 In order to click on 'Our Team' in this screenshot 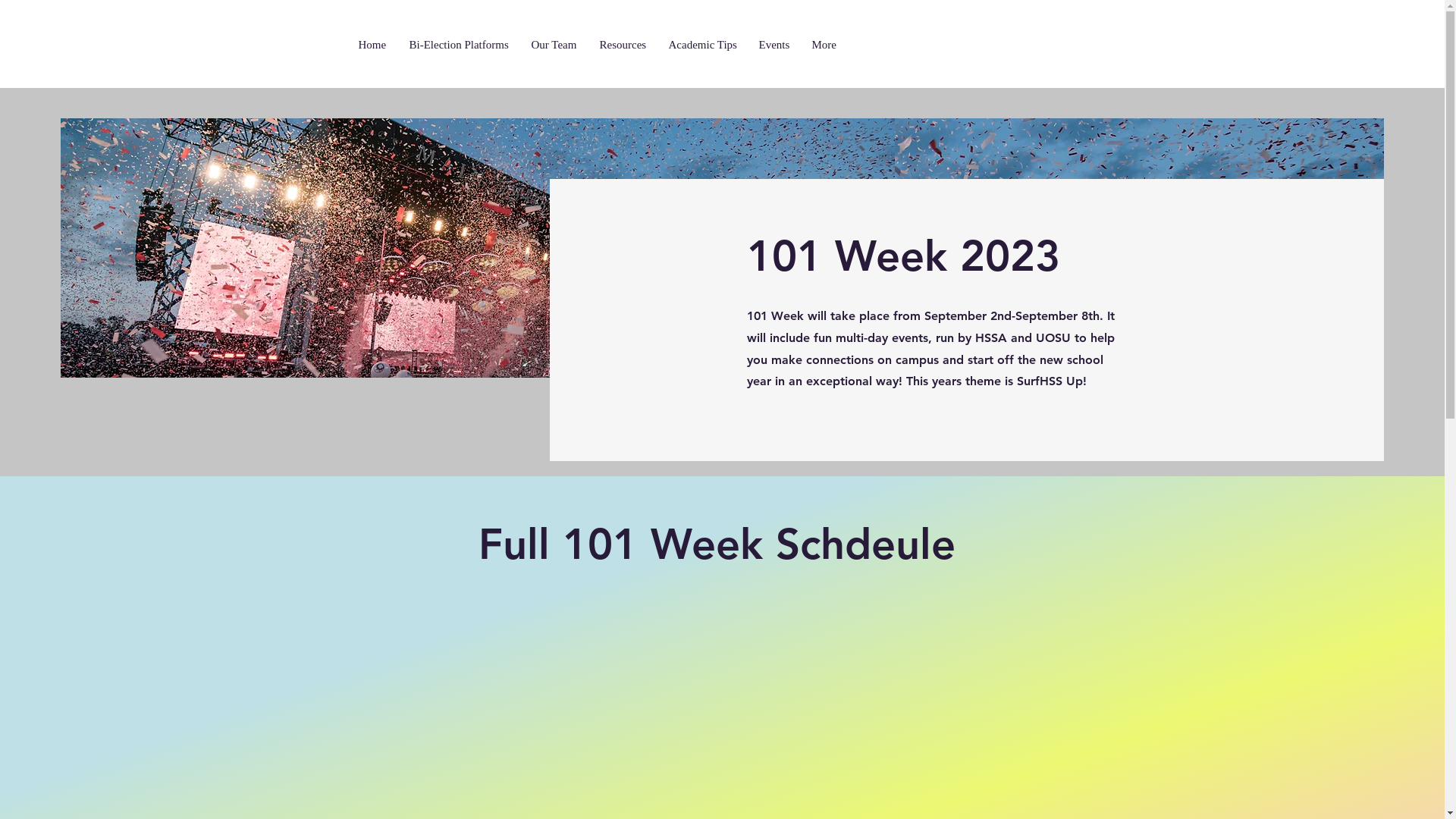, I will do `click(556, 44)`.